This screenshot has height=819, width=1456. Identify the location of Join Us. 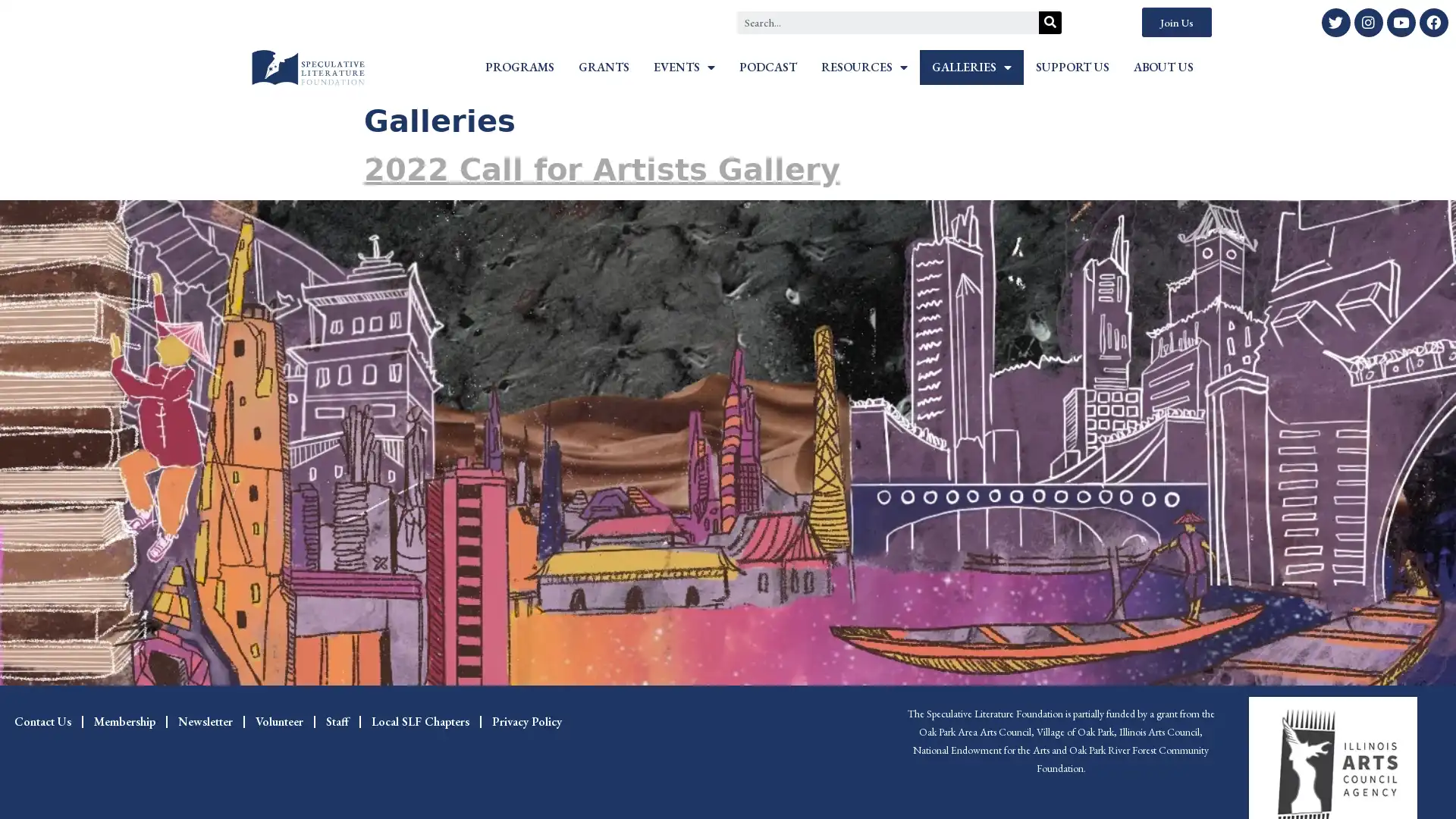
(1175, 22).